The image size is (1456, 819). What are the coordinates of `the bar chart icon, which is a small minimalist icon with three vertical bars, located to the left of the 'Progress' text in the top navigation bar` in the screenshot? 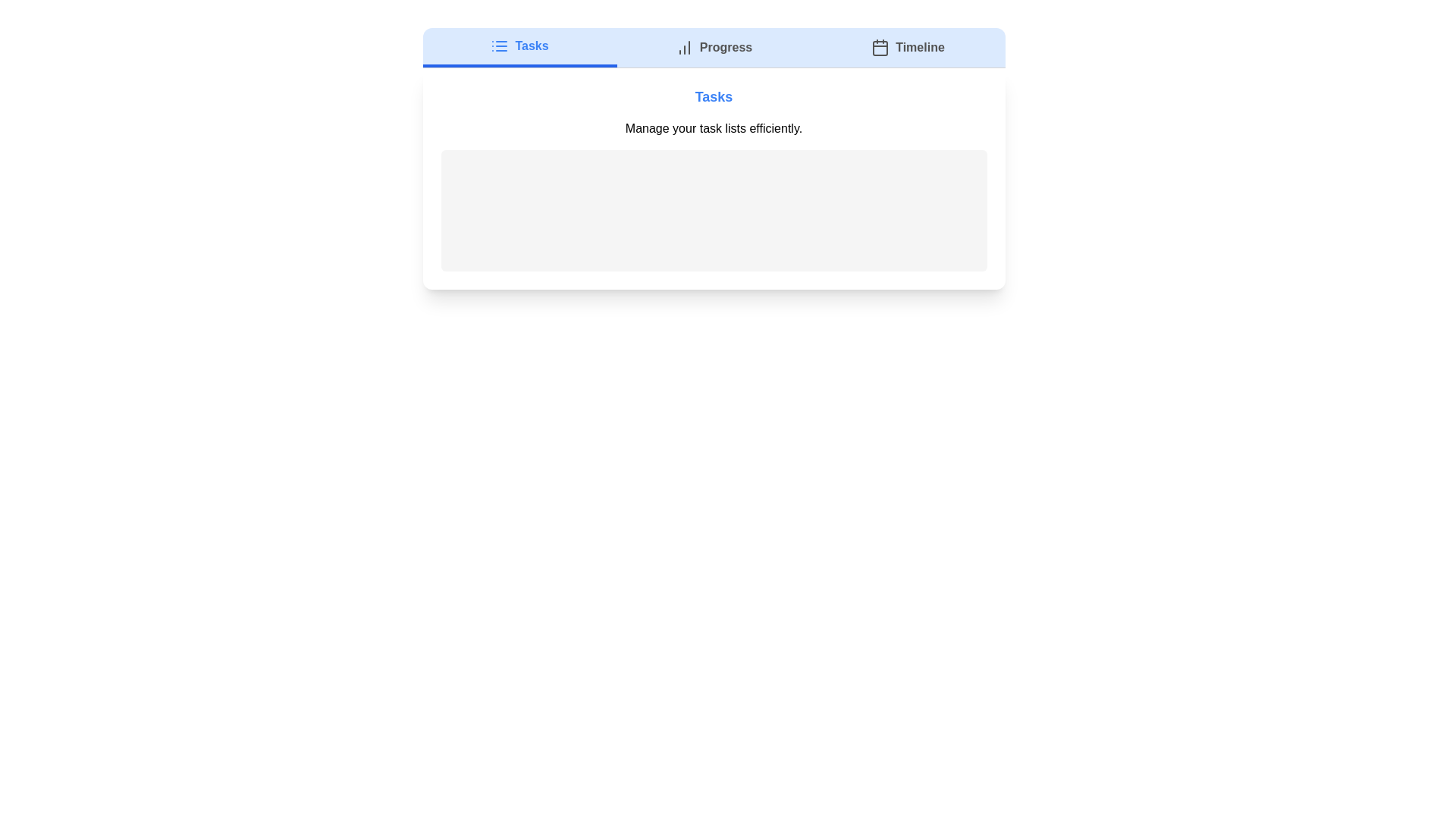 It's located at (683, 46).